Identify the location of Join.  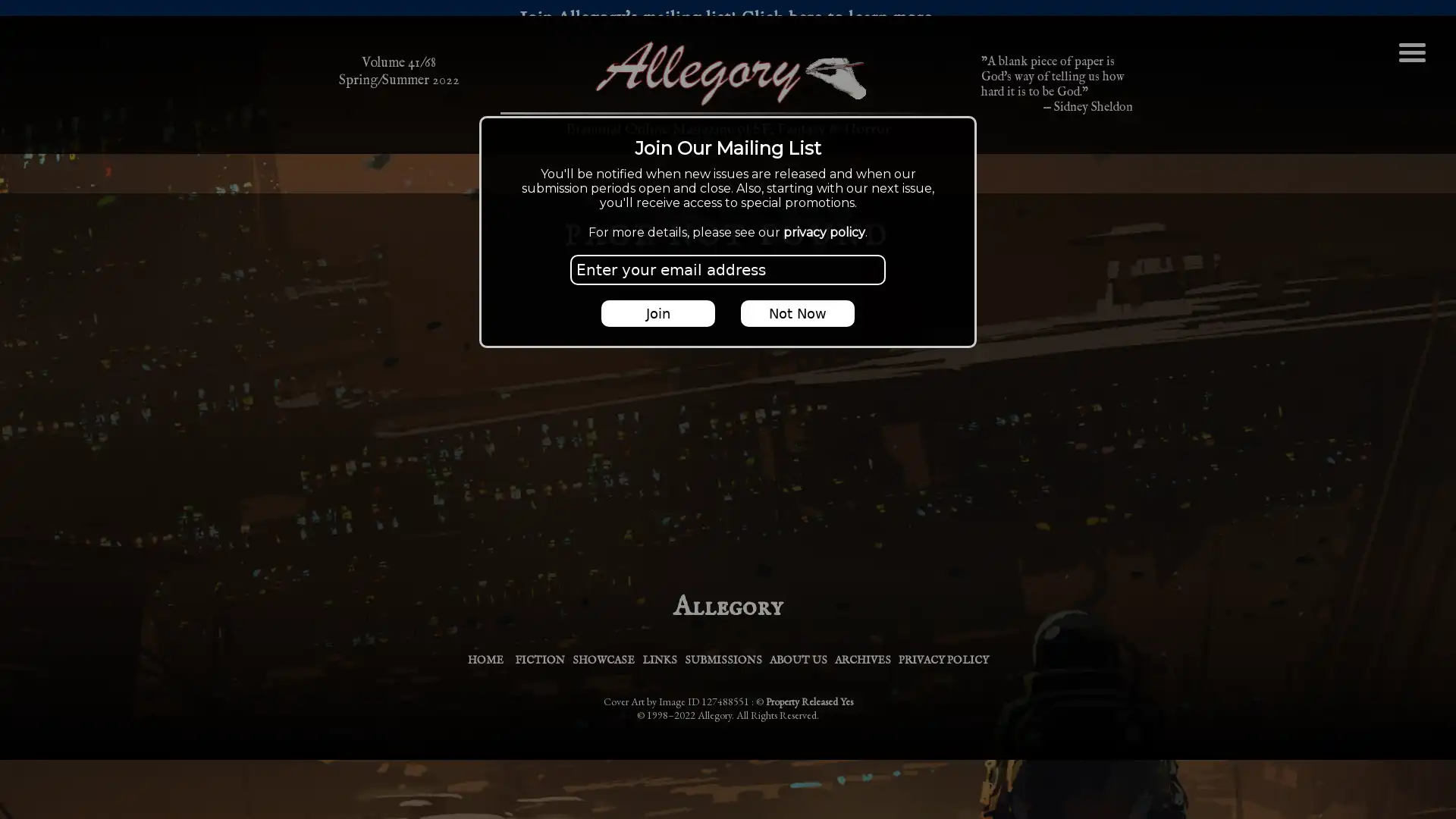
(658, 312).